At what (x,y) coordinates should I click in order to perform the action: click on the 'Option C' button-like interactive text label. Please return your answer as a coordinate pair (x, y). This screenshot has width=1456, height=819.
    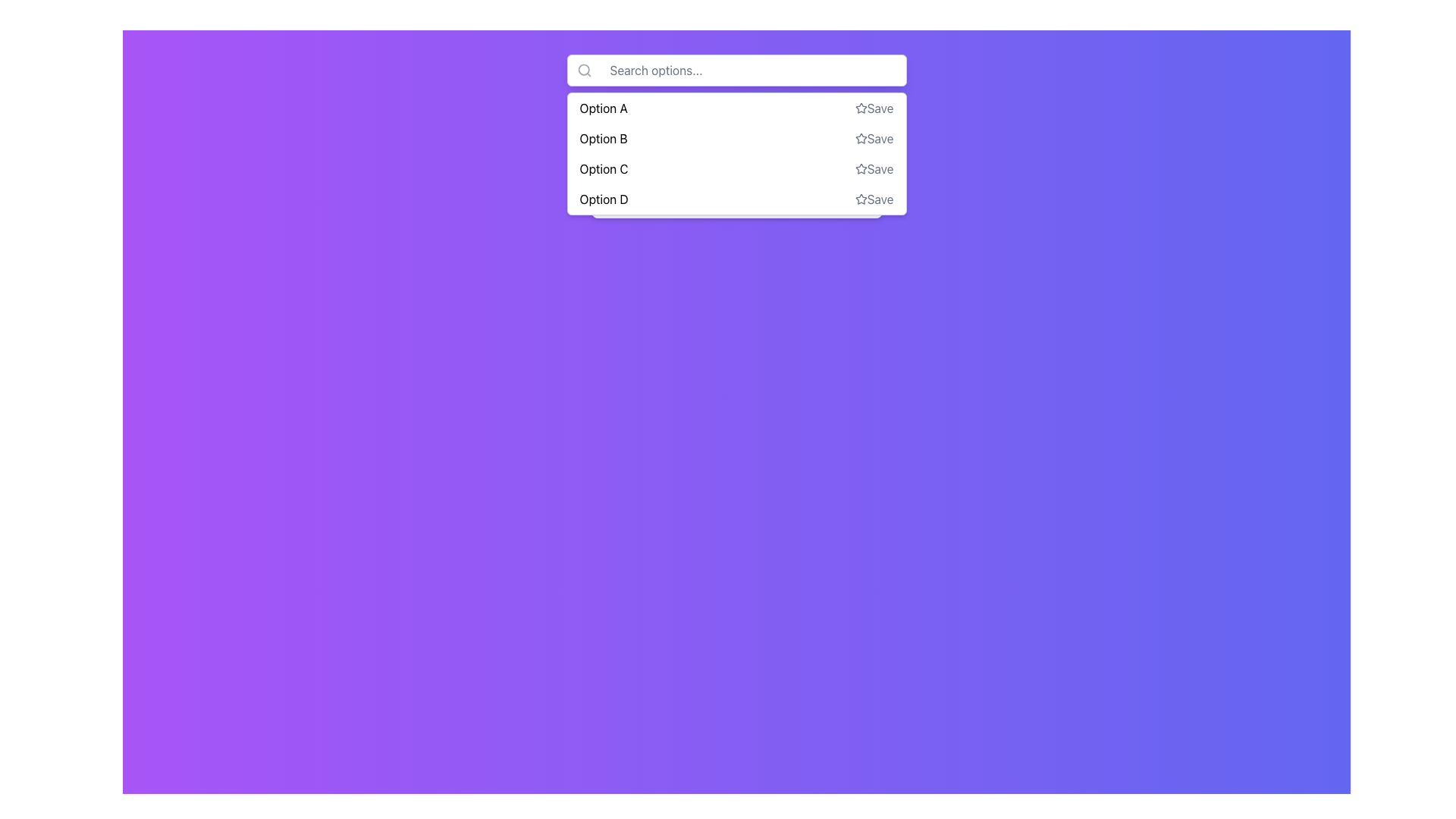
    Looking at the image, I should click on (874, 169).